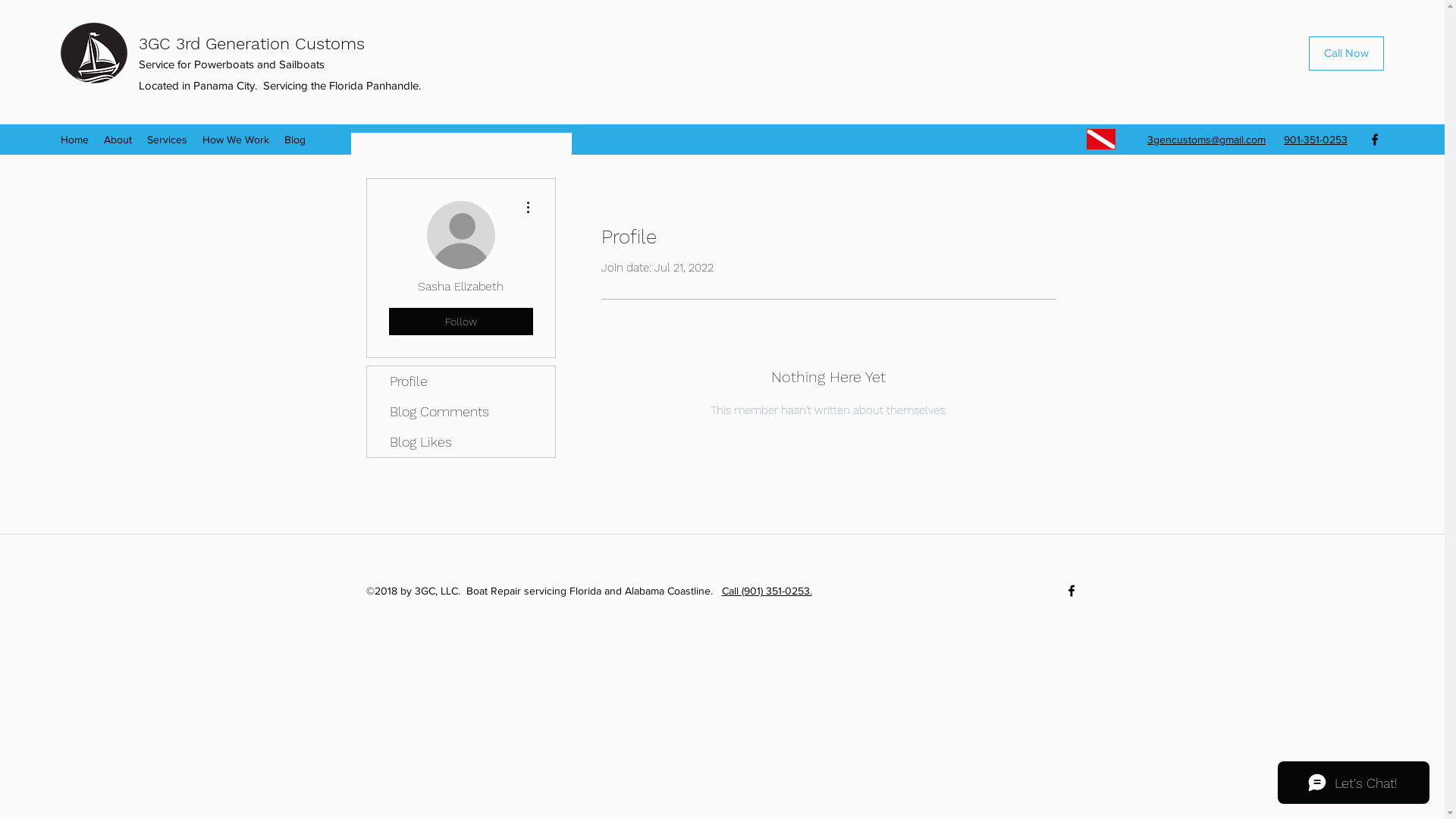  What do you see at coordinates (235, 140) in the screenshot?
I see `'How We Work'` at bounding box center [235, 140].